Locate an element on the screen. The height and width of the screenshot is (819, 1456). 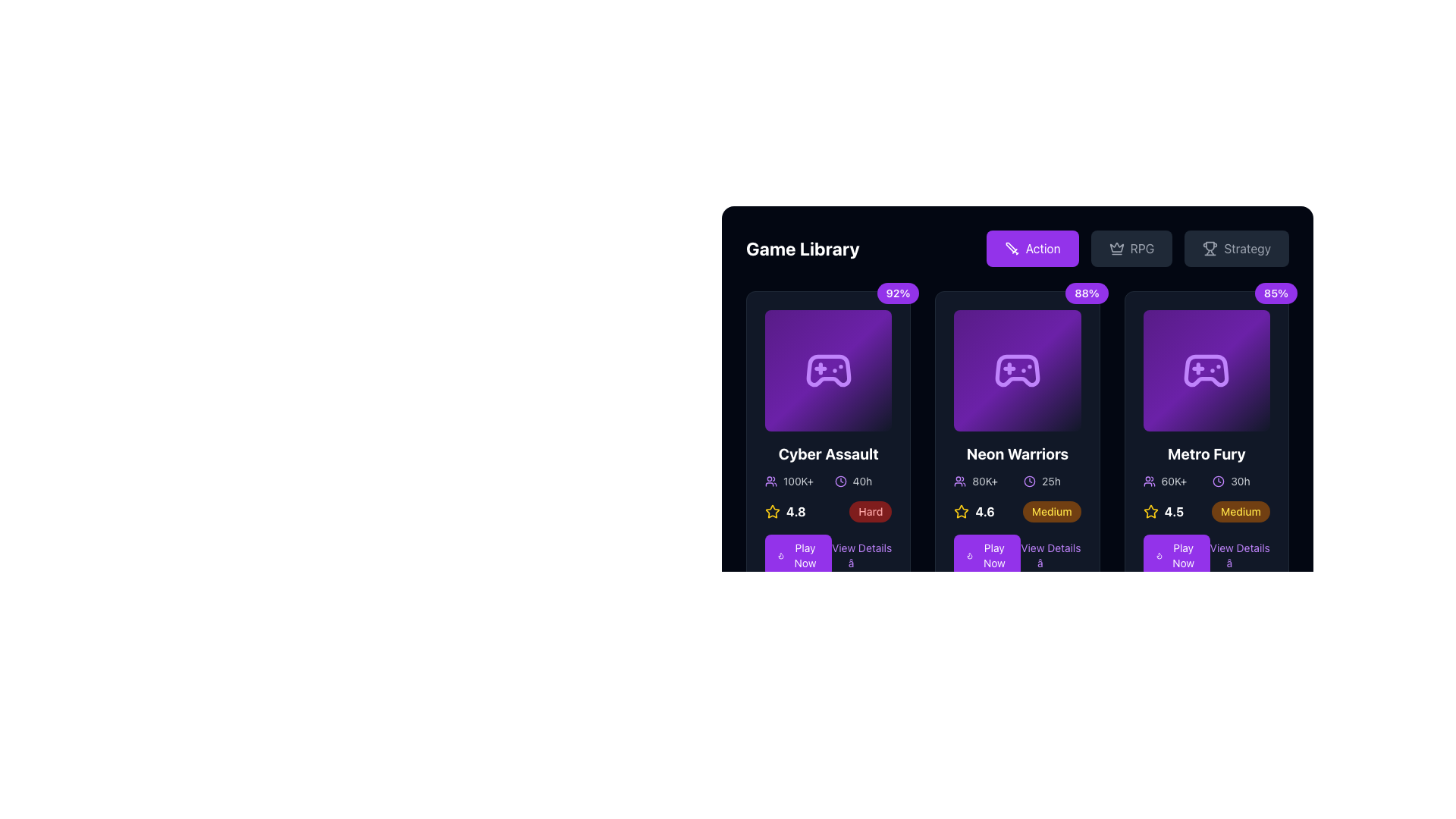
the text label displaying '4.5' in bold white font, located in the rating section beneath the 'Metro Fury' game card, aligned to the right of the yellow star icon is located at coordinates (1173, 512).